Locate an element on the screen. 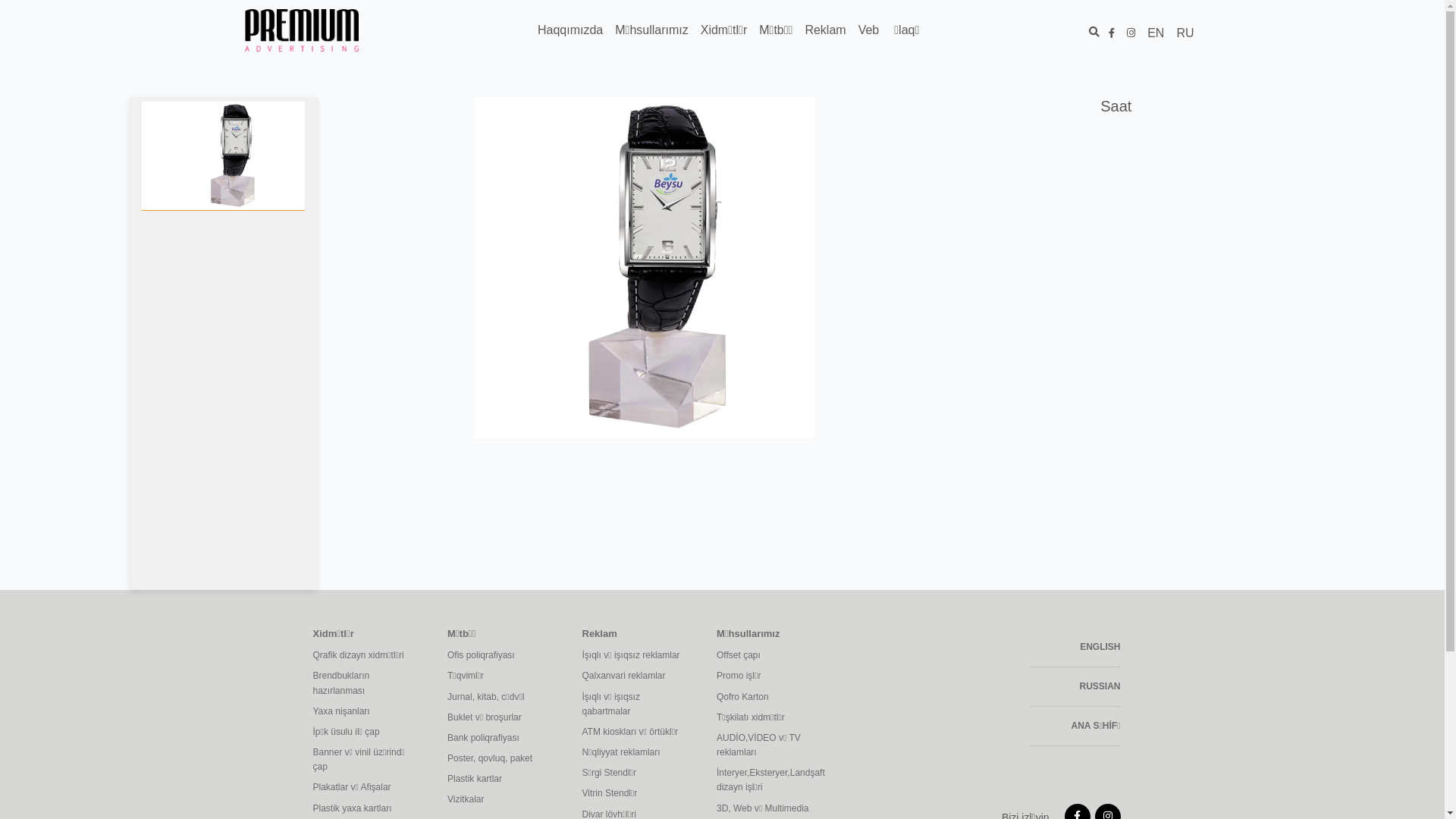 This screenshot has height=819, width=1456. 'RU' is located at coordinates (1184, 33).